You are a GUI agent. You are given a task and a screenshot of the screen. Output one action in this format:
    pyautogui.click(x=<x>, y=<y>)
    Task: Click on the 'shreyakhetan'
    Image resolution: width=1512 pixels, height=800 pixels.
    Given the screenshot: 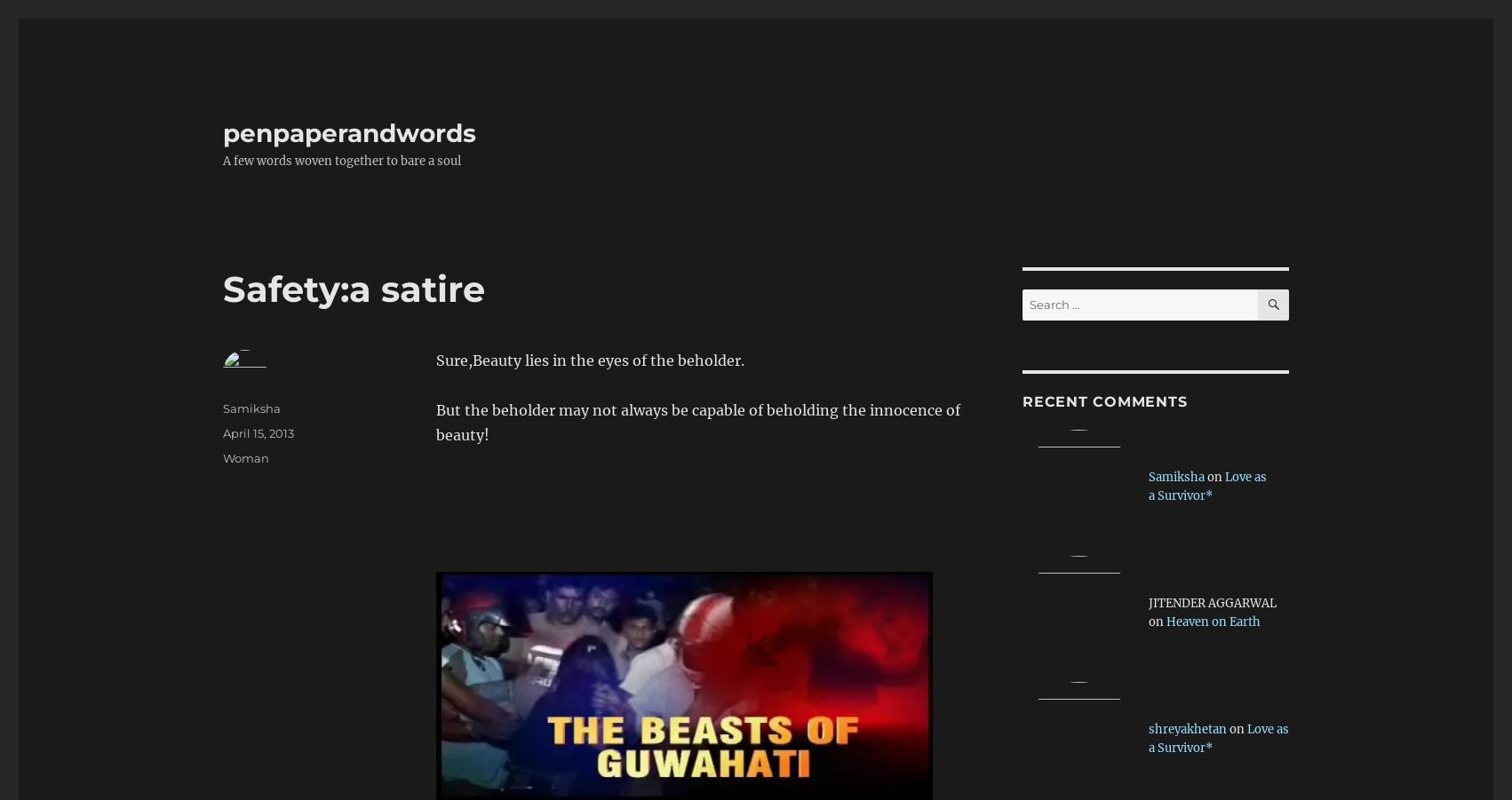 What is the action you would take?
    pyautogui.click(x=1186, y=729)
    